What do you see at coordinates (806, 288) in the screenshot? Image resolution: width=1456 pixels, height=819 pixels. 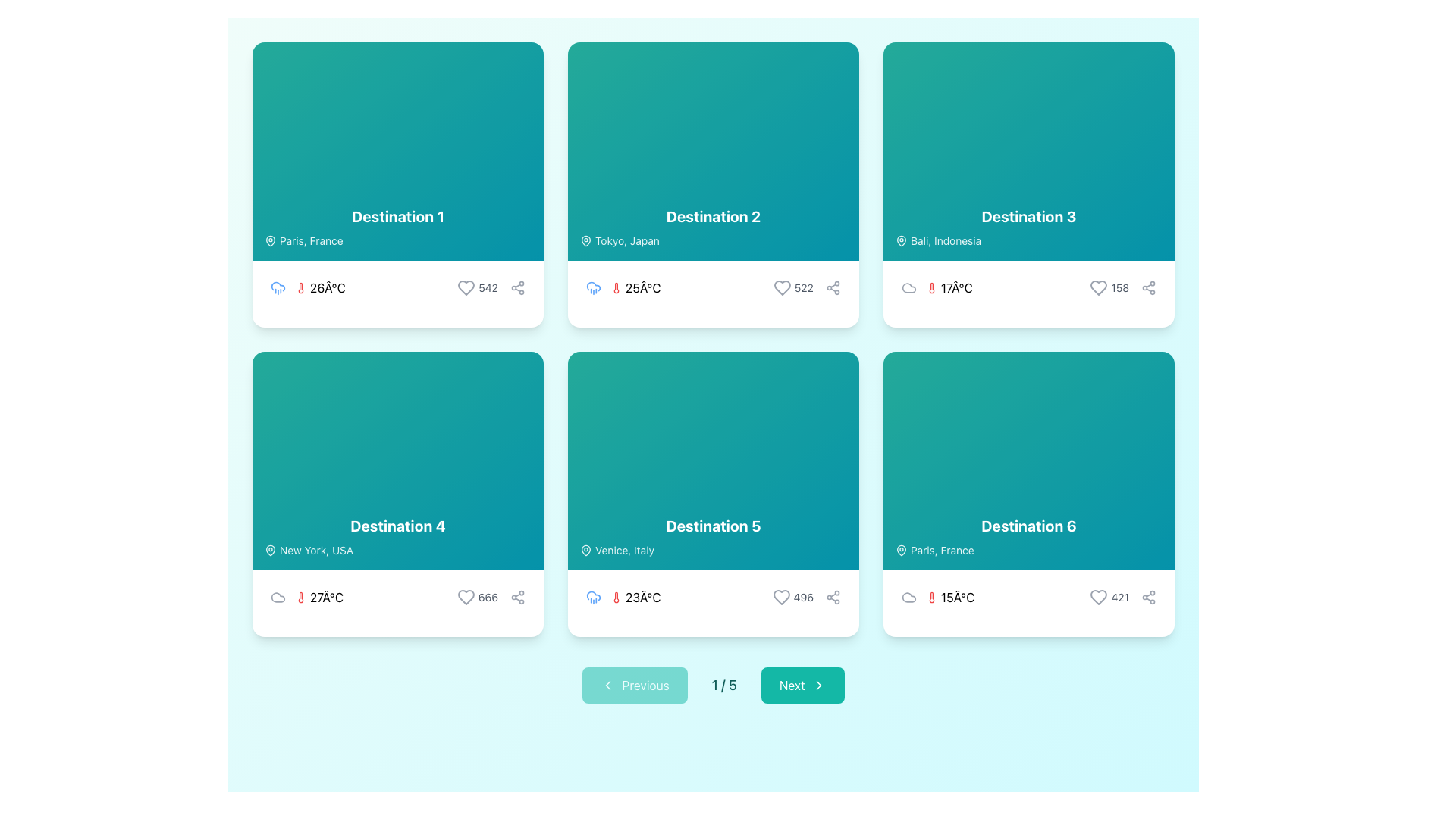 I see `the Text Indicator displaying likes for the second card of 'Destination 2', located at the bottom right corner adjacent to the share icon and heart icon` at bounding box center [806, 288].